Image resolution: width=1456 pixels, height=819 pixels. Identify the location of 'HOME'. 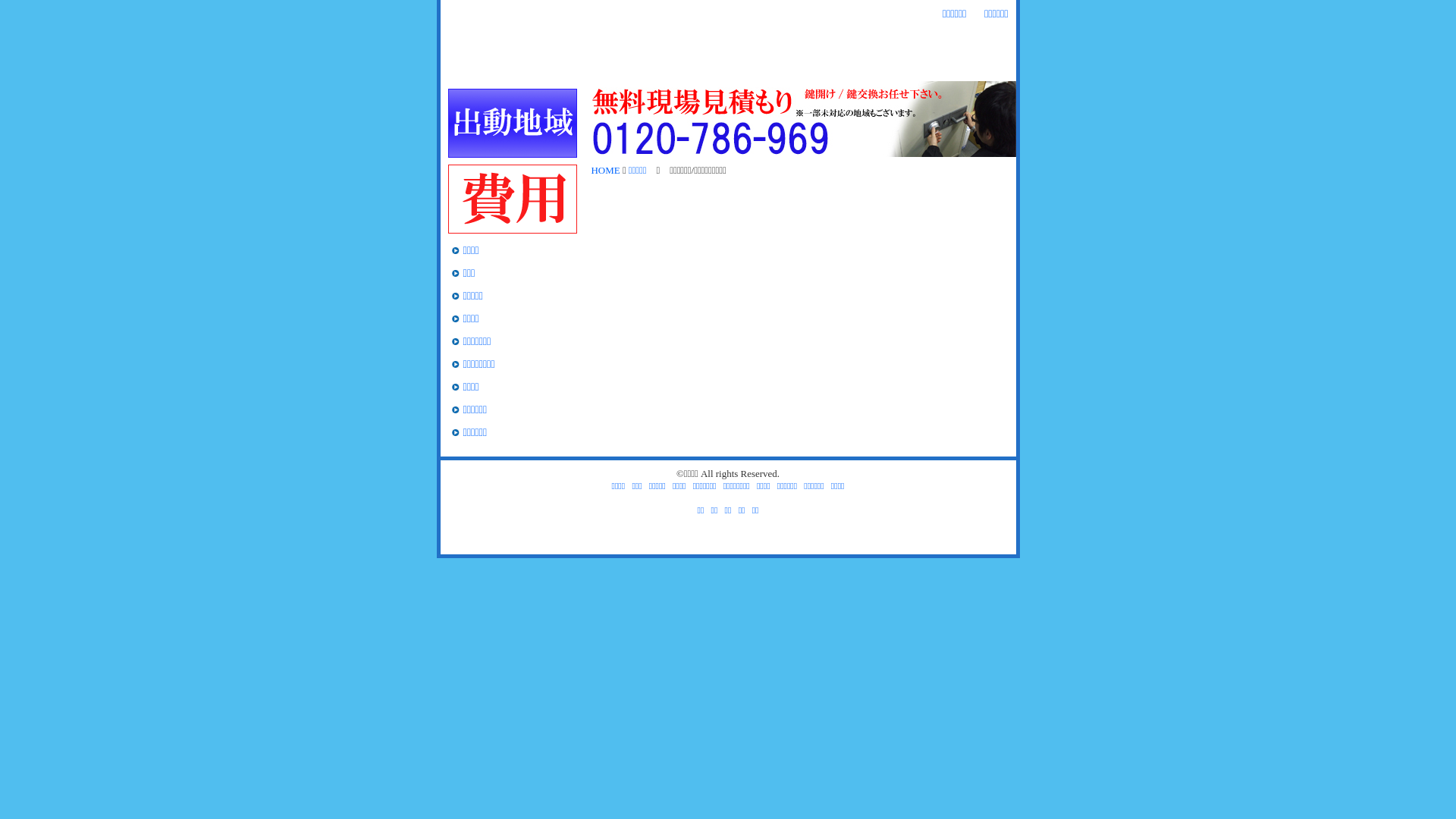
(590, 170).